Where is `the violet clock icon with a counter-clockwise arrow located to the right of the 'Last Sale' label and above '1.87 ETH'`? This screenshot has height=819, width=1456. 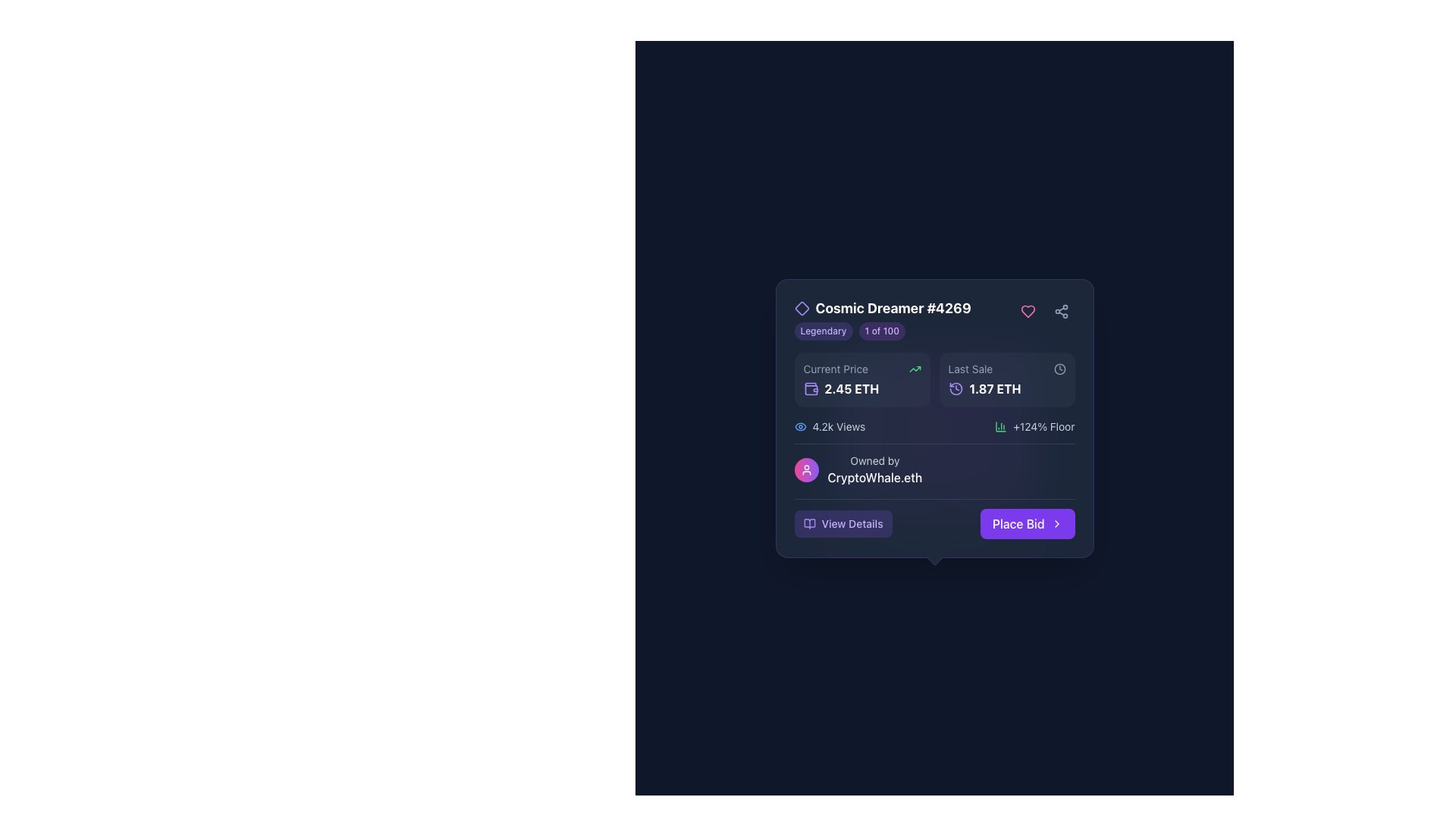 the violet clock icon with a counter-clockwise arrow located to the right of the 'Last Sale' label and above '1.87 ETH' is located at coordinates (955, 388).